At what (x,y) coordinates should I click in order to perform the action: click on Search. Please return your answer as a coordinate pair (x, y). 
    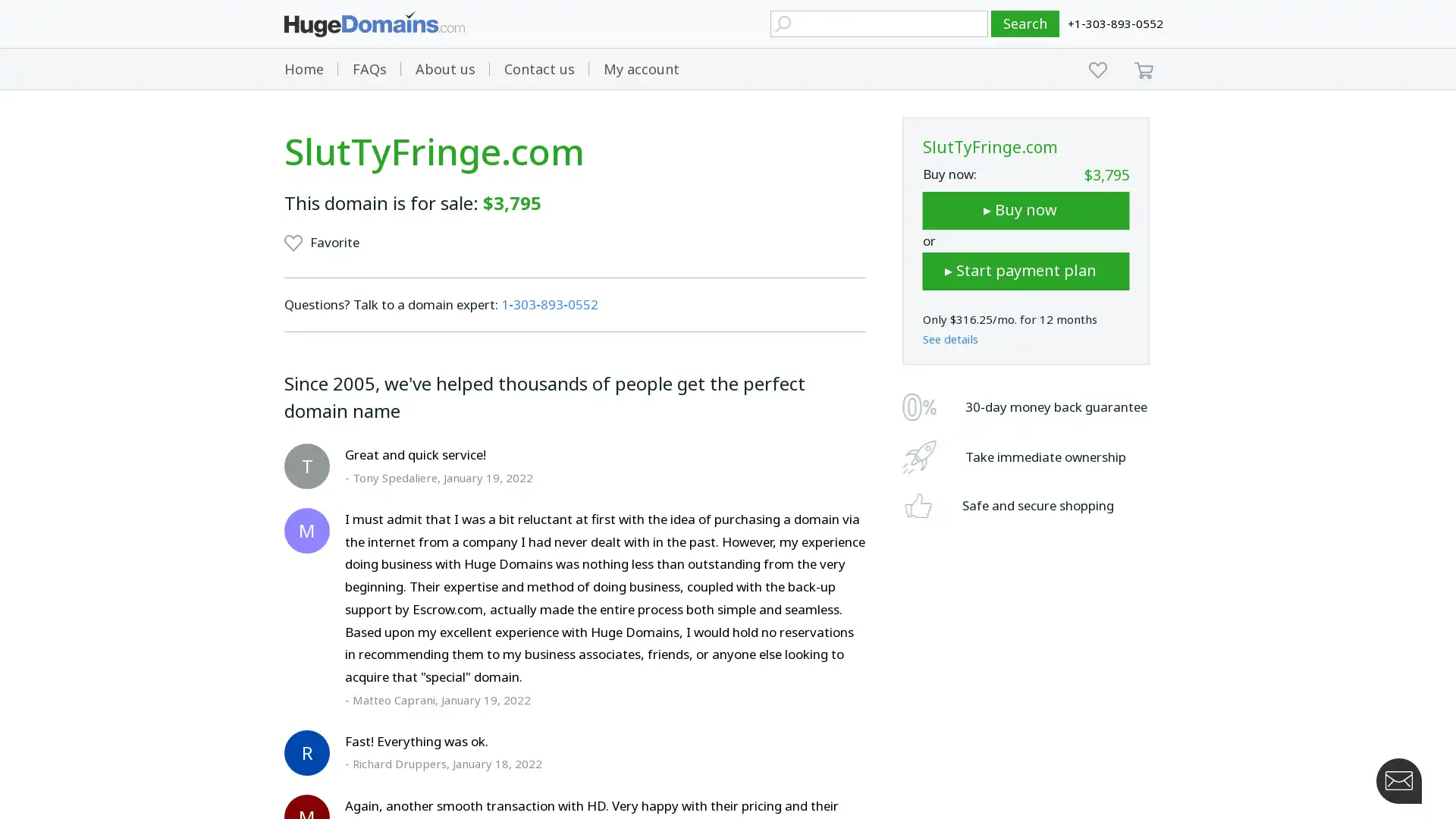
    Looking at the image, I should click on (1025, 24).